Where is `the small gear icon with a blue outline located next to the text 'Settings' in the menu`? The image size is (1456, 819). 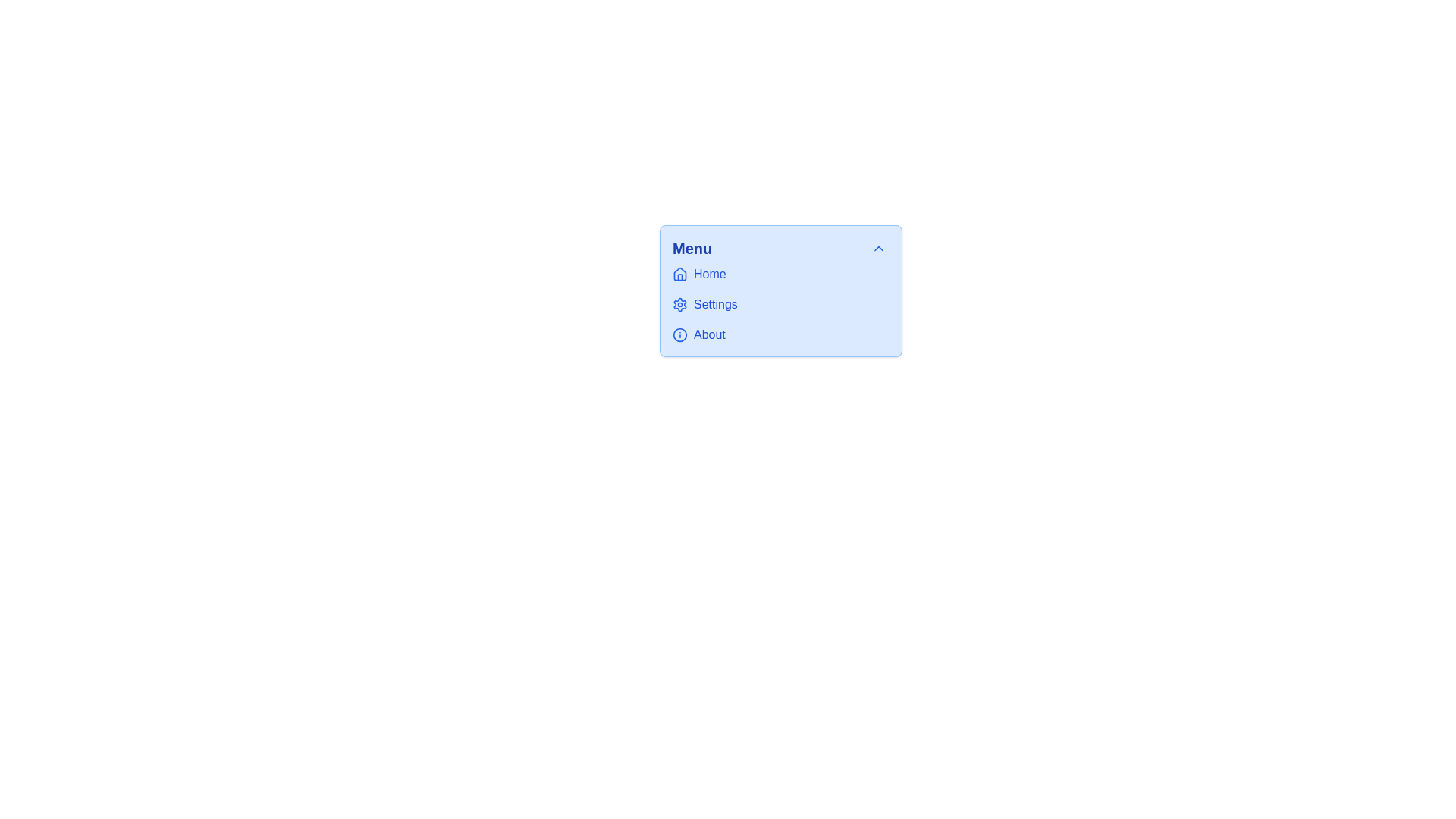
the small gear icon with a blue outline located next to the text 'Settings' in the menu is located at coordinates (679, 304).